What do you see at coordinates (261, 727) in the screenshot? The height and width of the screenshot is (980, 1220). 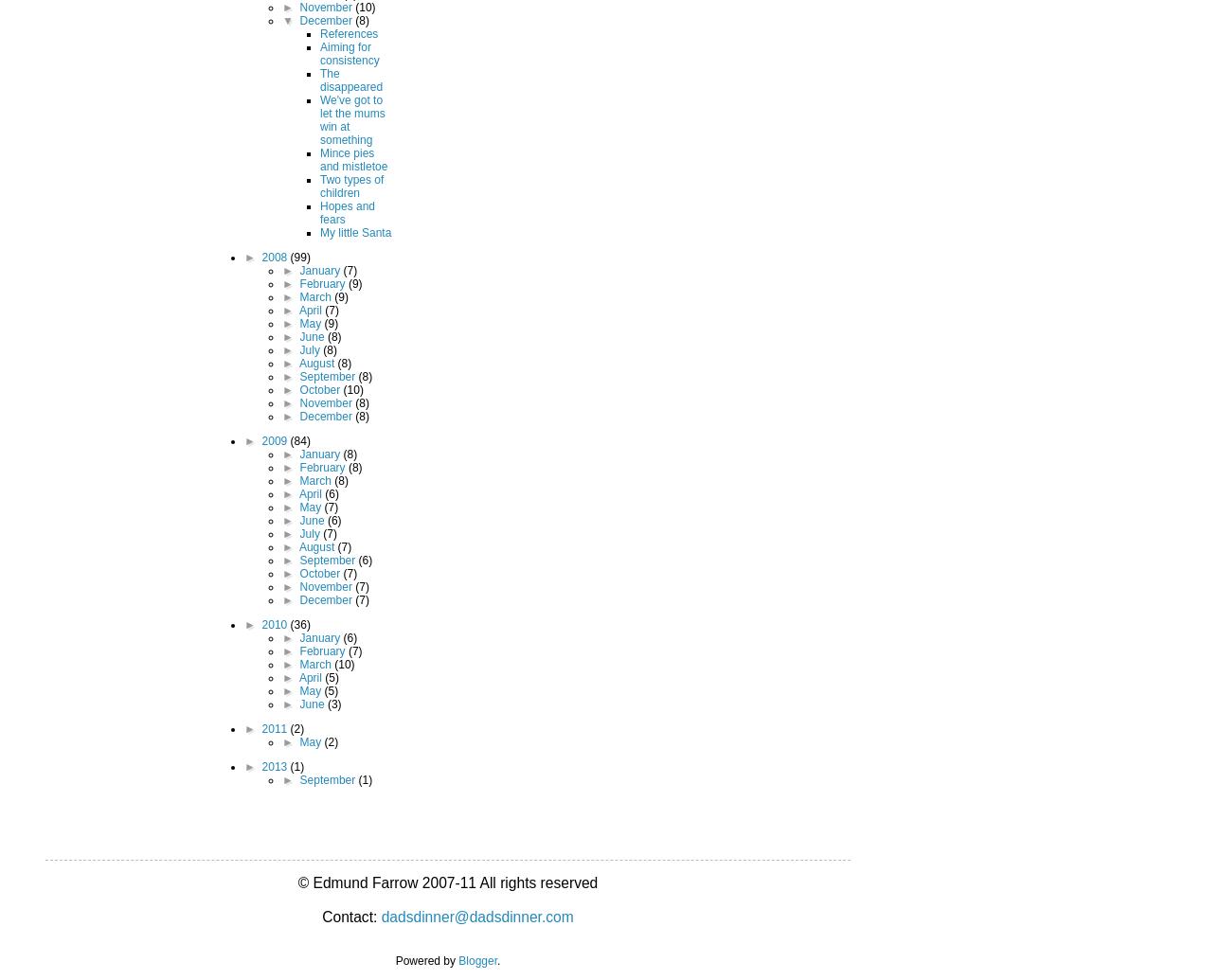 I see `'2011'` at bounding box center [261, 727].